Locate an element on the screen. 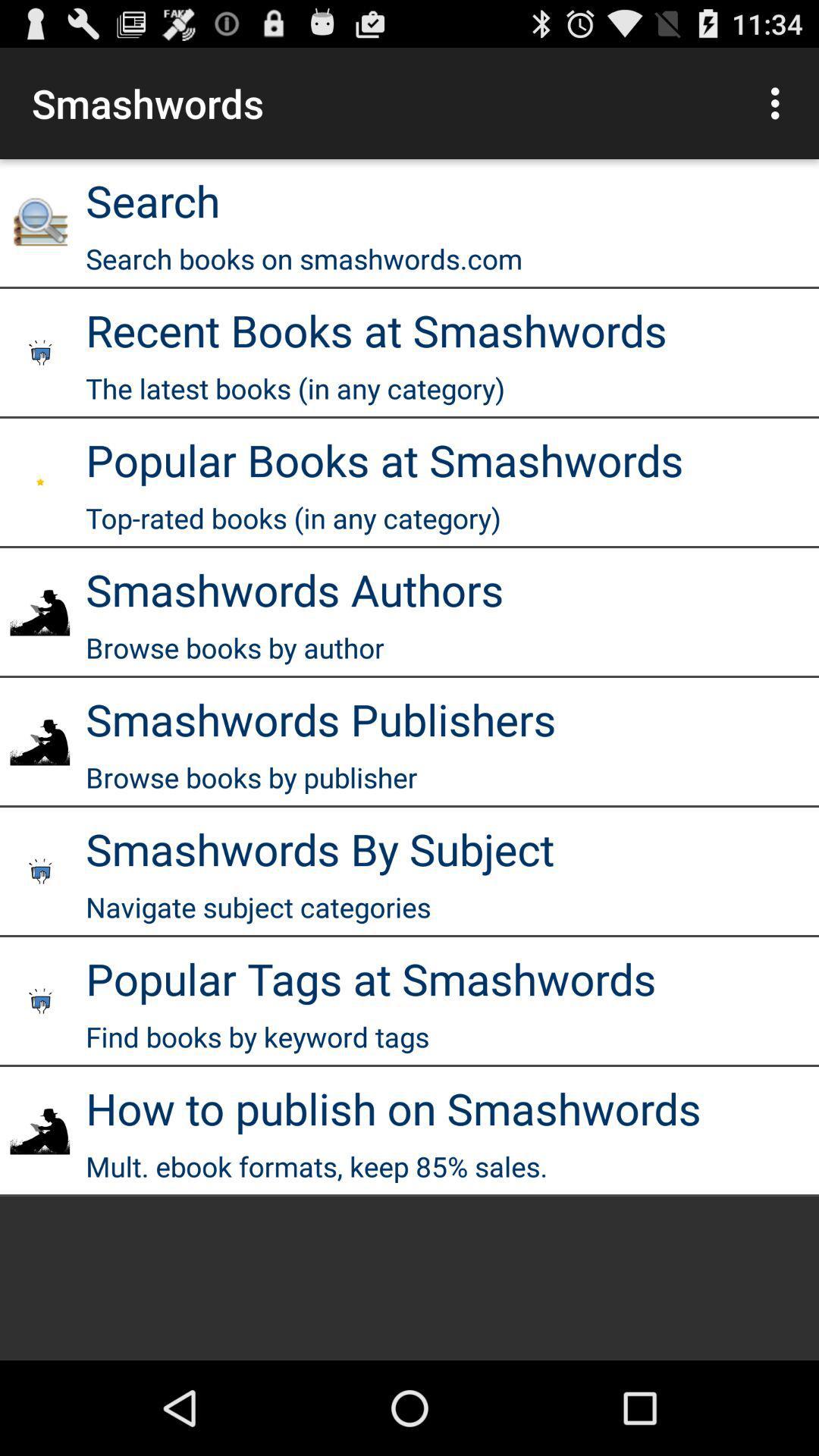 This screenshot has width=819, height=1456. app below the search is located at coordinates (304, 259).